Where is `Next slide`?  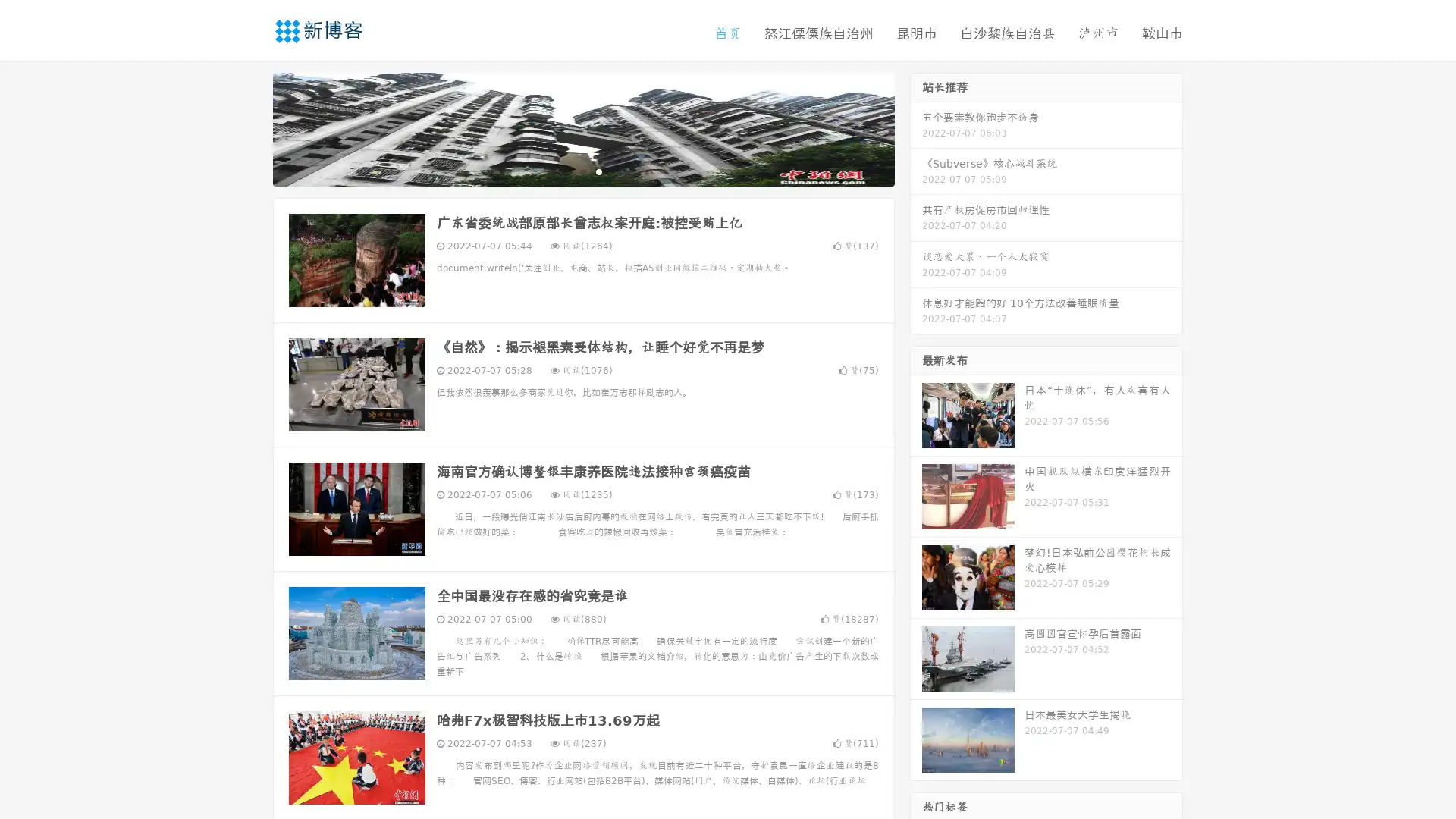 Next slide is located at coordinates (916, 127).